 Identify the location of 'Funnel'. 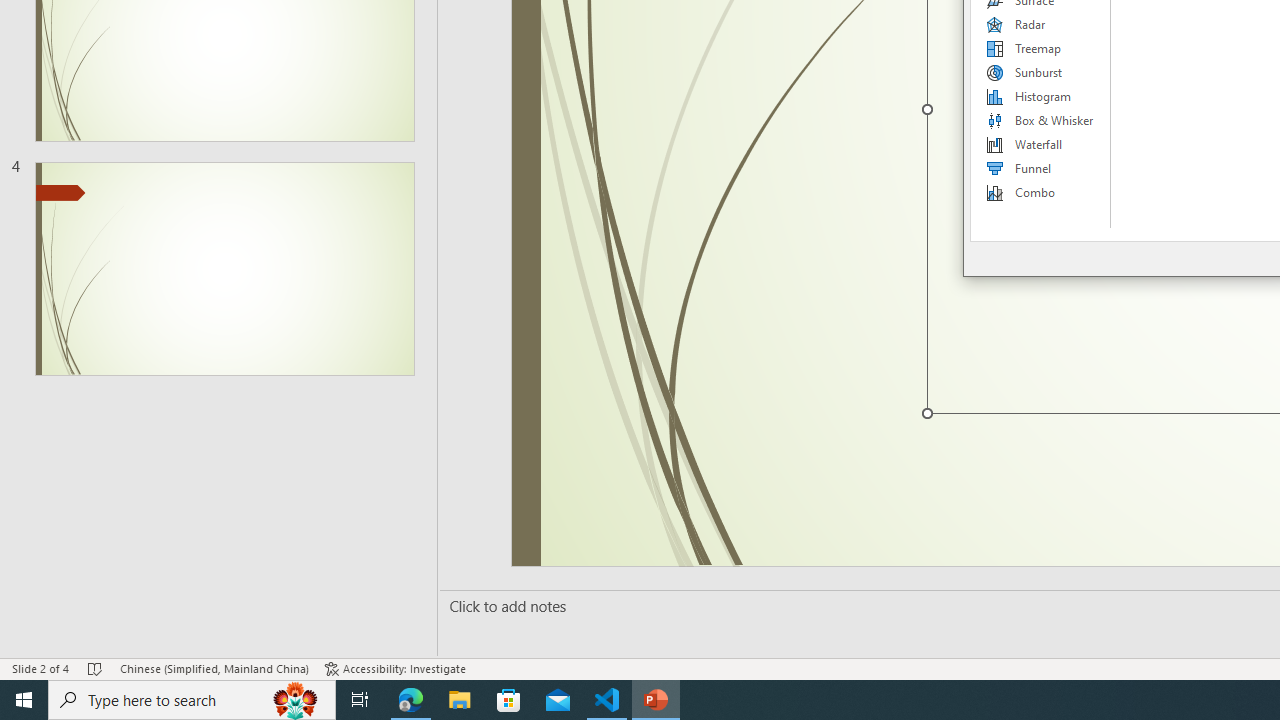
(1040, 167).